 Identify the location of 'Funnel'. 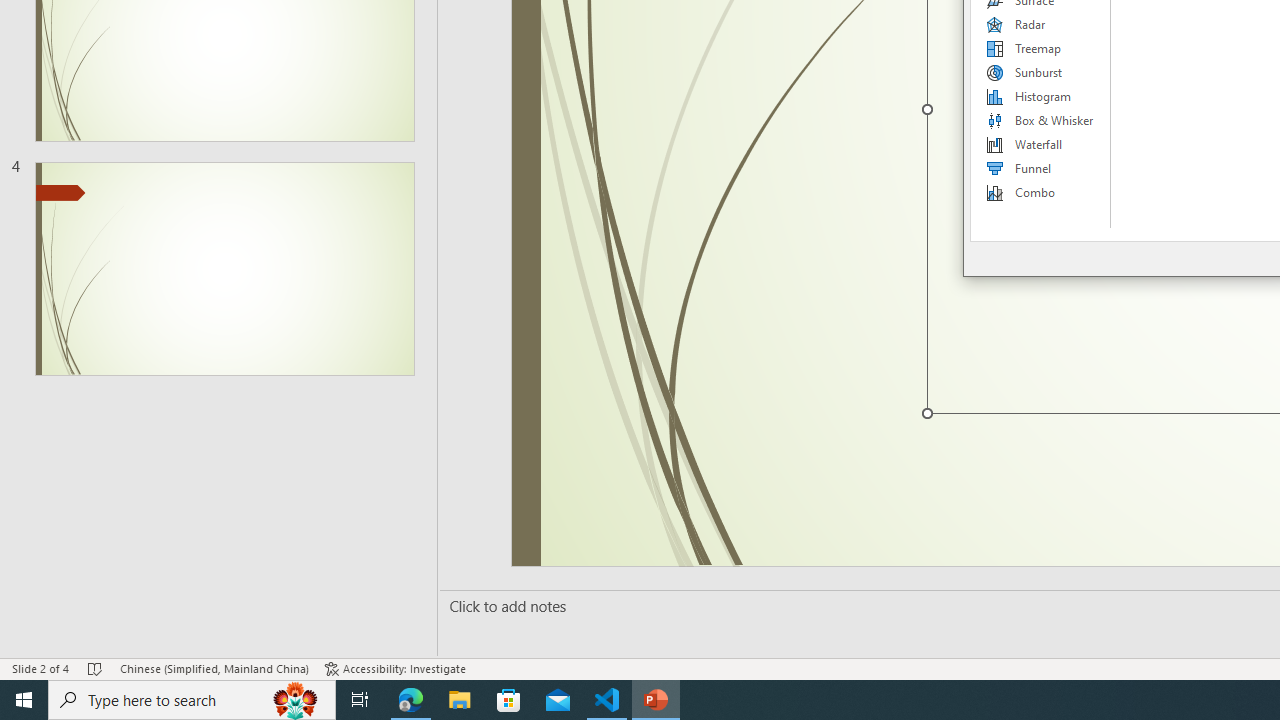
(1040, 167).